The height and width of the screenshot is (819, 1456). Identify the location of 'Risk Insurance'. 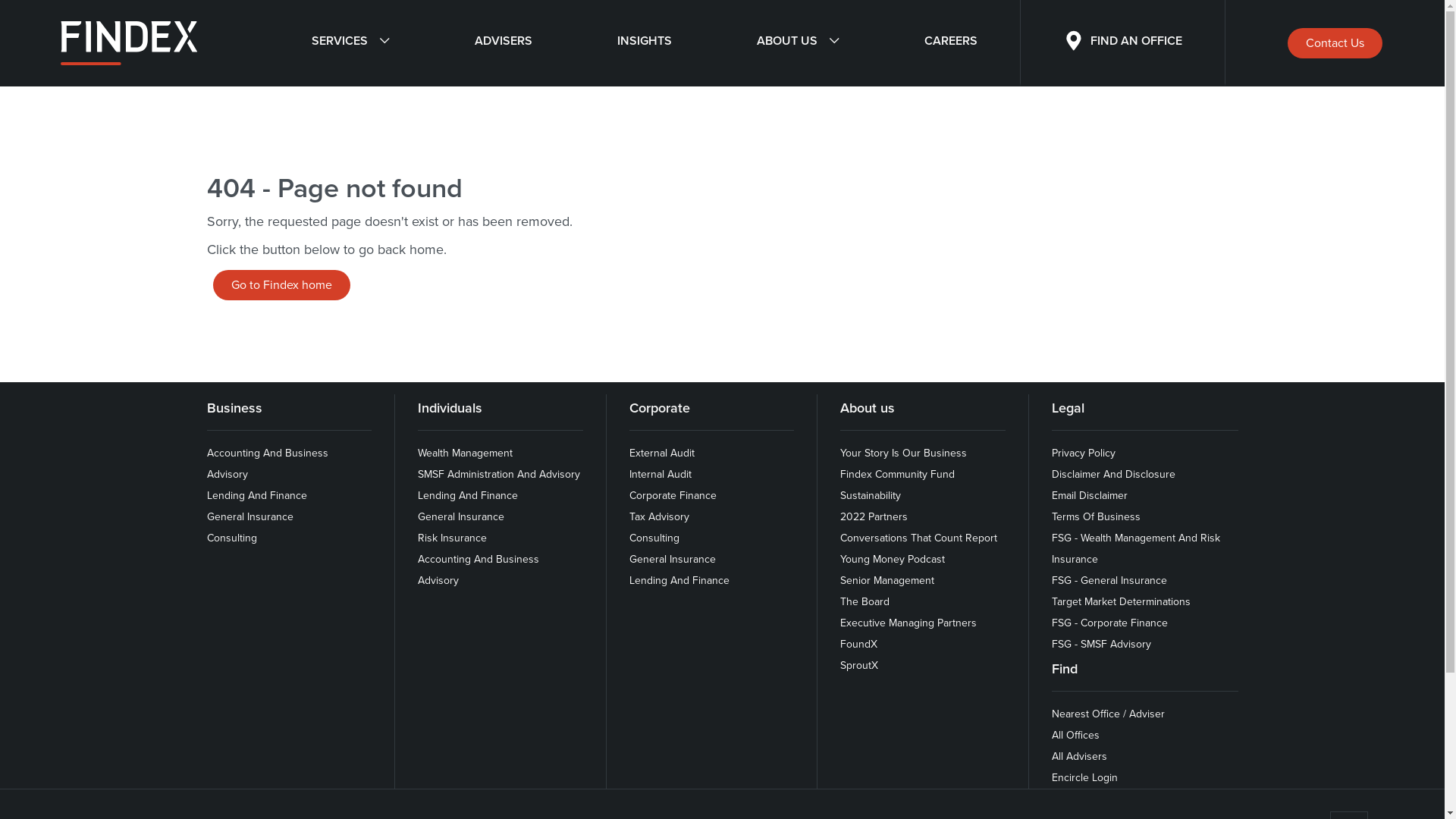
(418, 537).